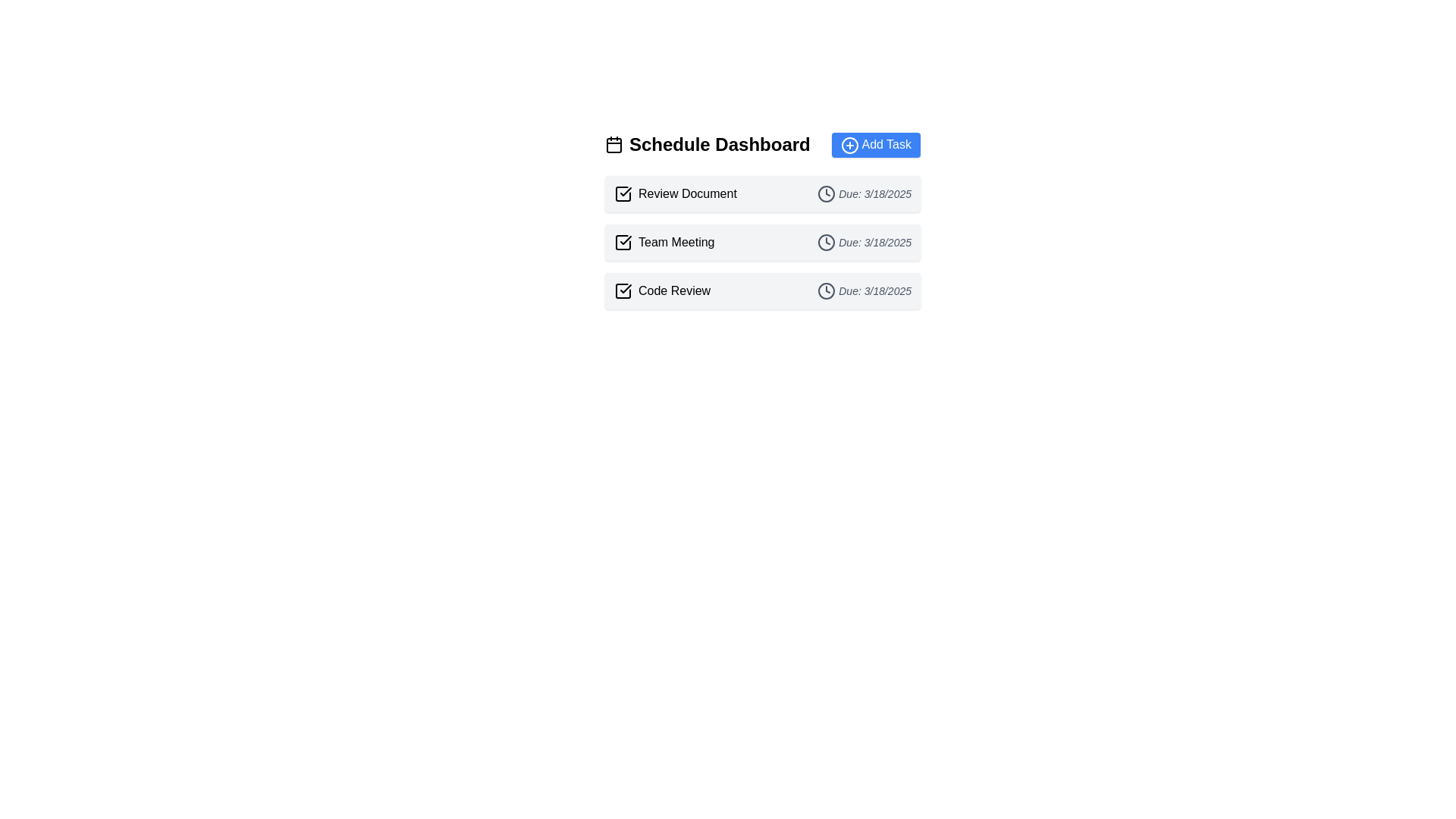  What do you see at coordinates (662, 290) in the screenshot?
I see `the List item representing a task in the Schedule Dashboard, located in the third row, adjacent to the checked square icon and left of 'Due: 3/18/2025'` at bounding box center [662, 290].